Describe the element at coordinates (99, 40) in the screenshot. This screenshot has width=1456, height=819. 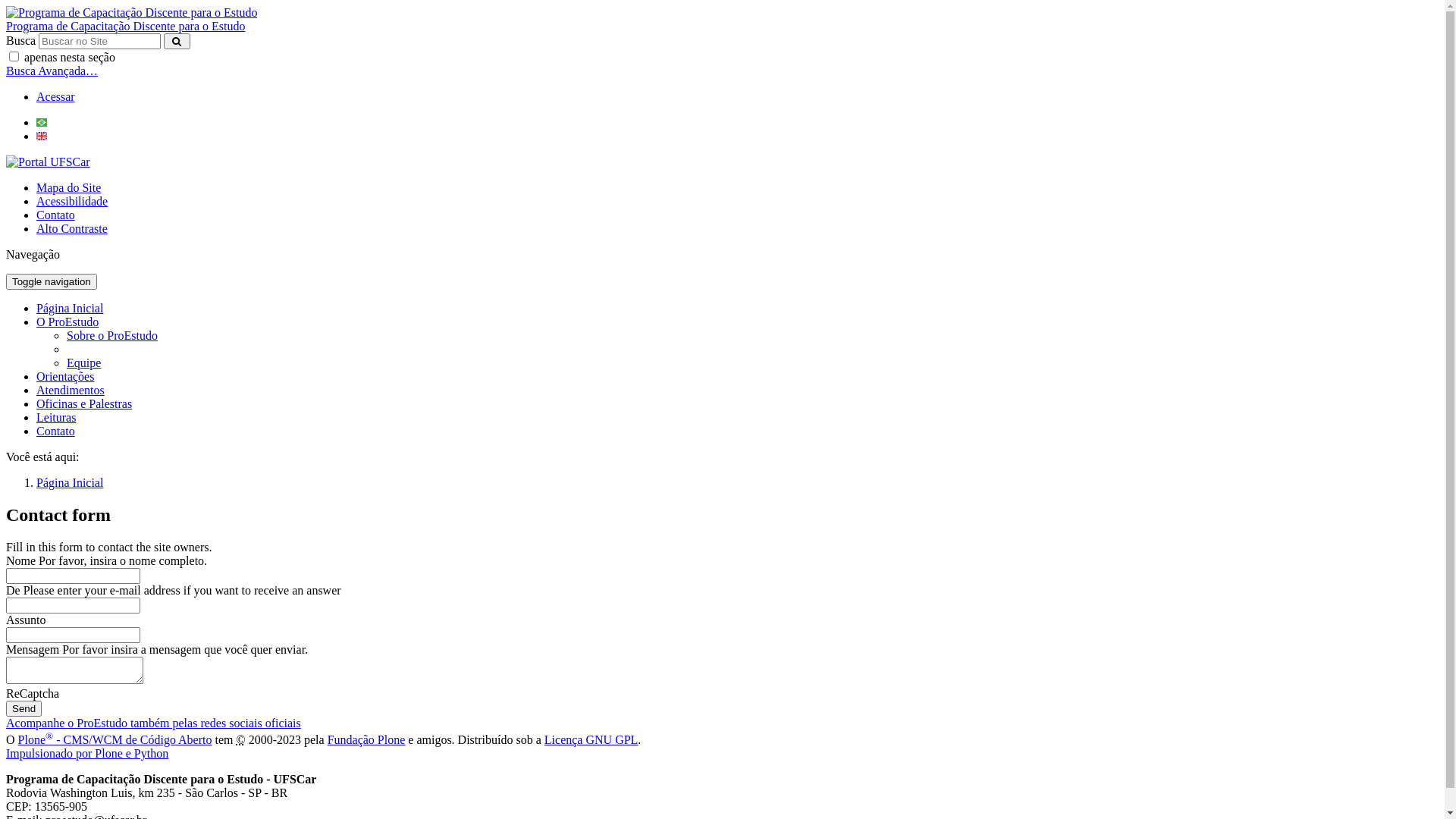
I see `'Buscar no Site'` at that location.